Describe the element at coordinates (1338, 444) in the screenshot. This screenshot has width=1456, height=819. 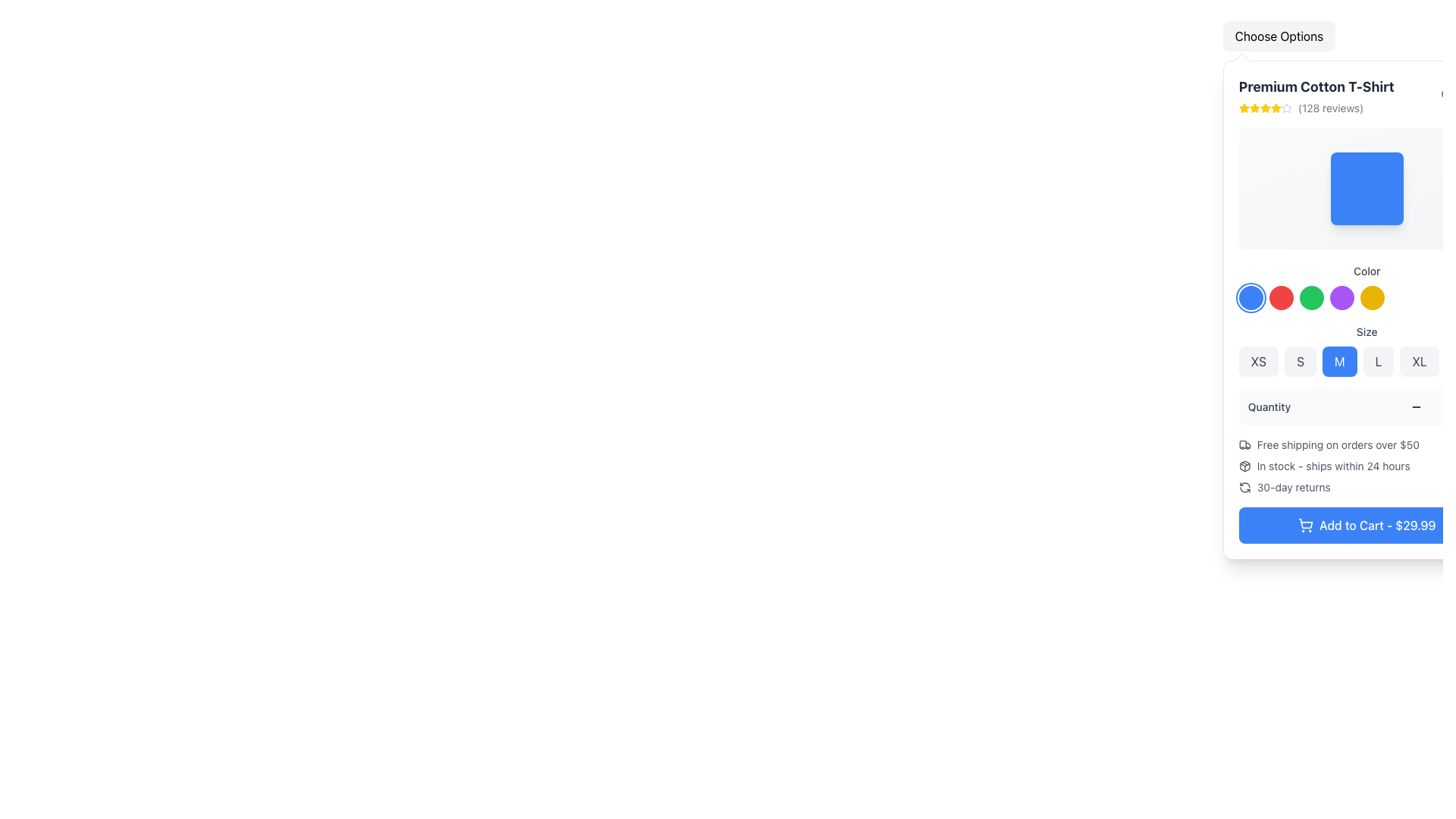
I see `the Informational Text that informs users about eligibility for free shipping, located in the right panel under the 'Quantity' section as the third text entry in a vertical list` at that location.